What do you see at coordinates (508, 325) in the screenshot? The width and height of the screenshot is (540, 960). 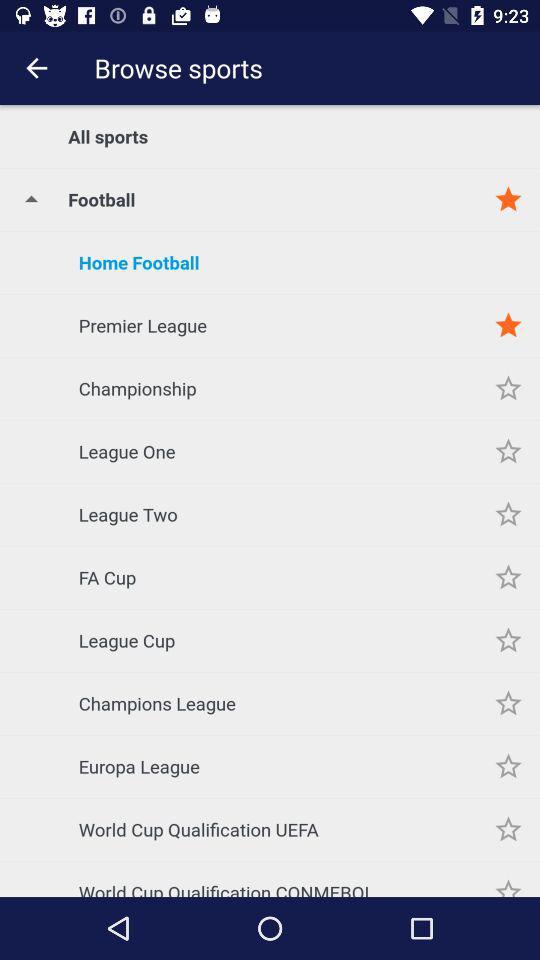 I see `this sport` at bounding box center [508, 325].